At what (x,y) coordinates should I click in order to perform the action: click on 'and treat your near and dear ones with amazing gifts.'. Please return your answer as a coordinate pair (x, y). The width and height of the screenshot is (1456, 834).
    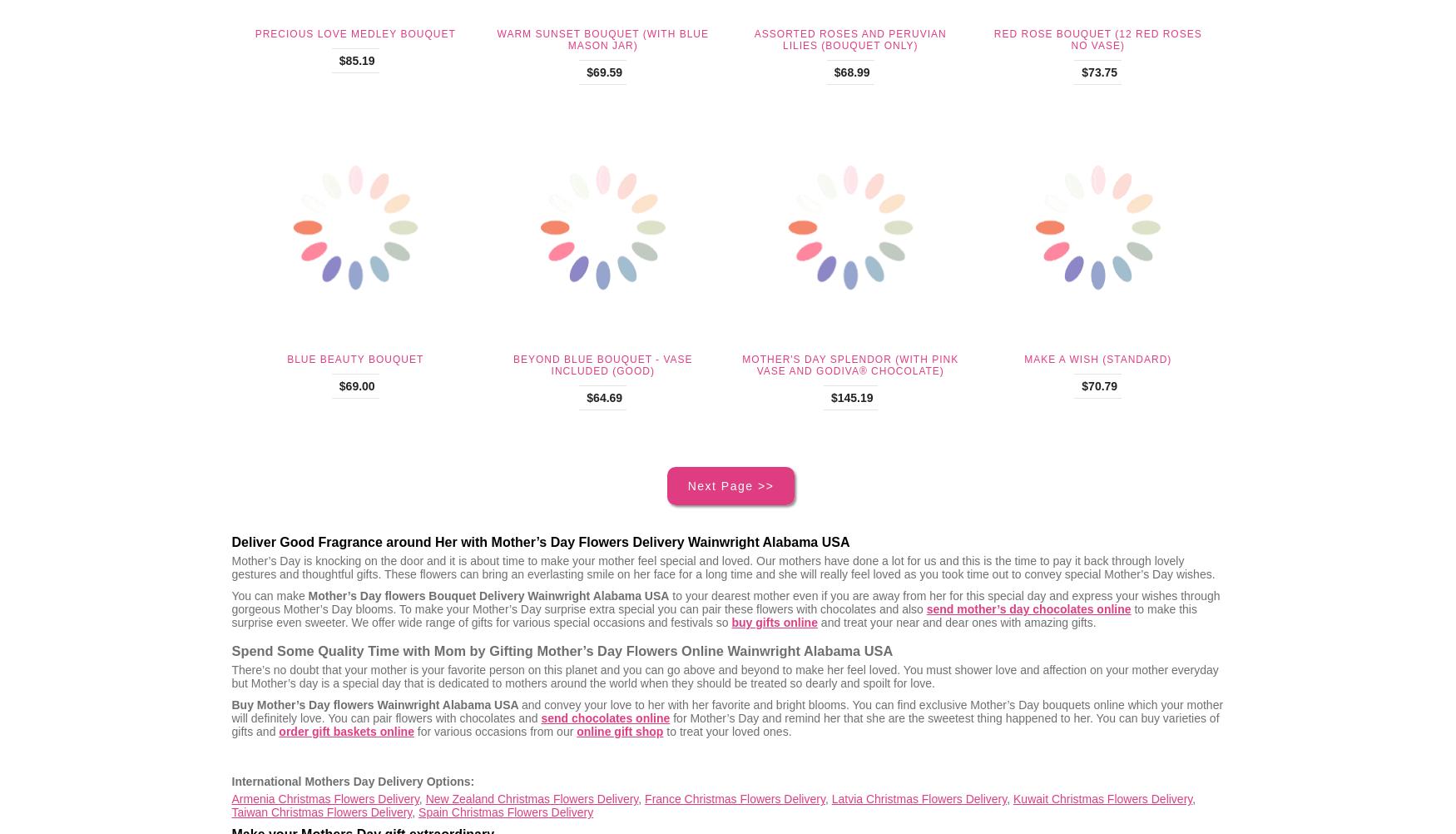
    Looking at the image, I should click on (955, 622).